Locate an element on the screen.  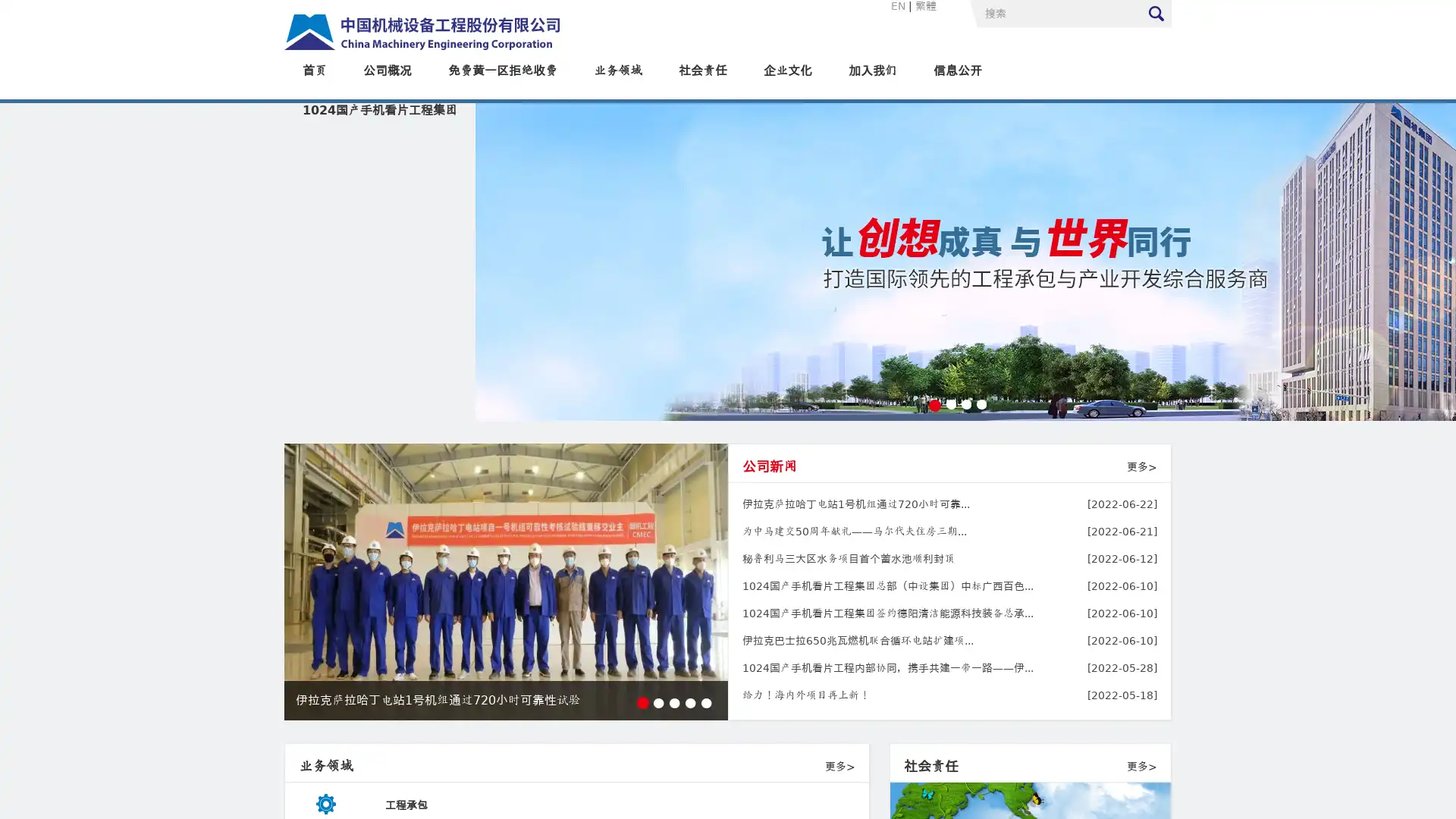
Submit is located at coordinates (1156, 14).